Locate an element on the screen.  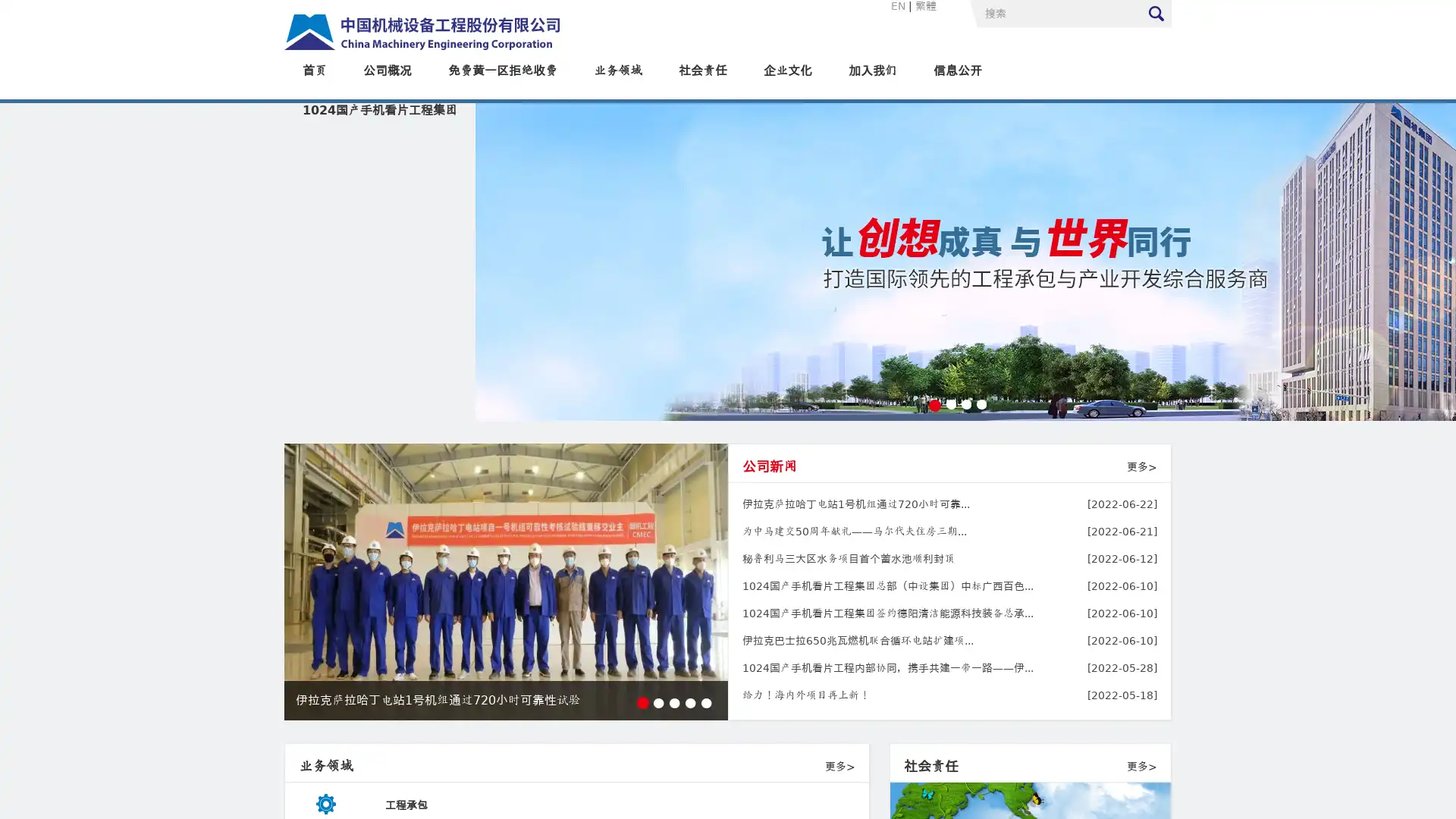
Submit is located at coordinates (1156, 14).